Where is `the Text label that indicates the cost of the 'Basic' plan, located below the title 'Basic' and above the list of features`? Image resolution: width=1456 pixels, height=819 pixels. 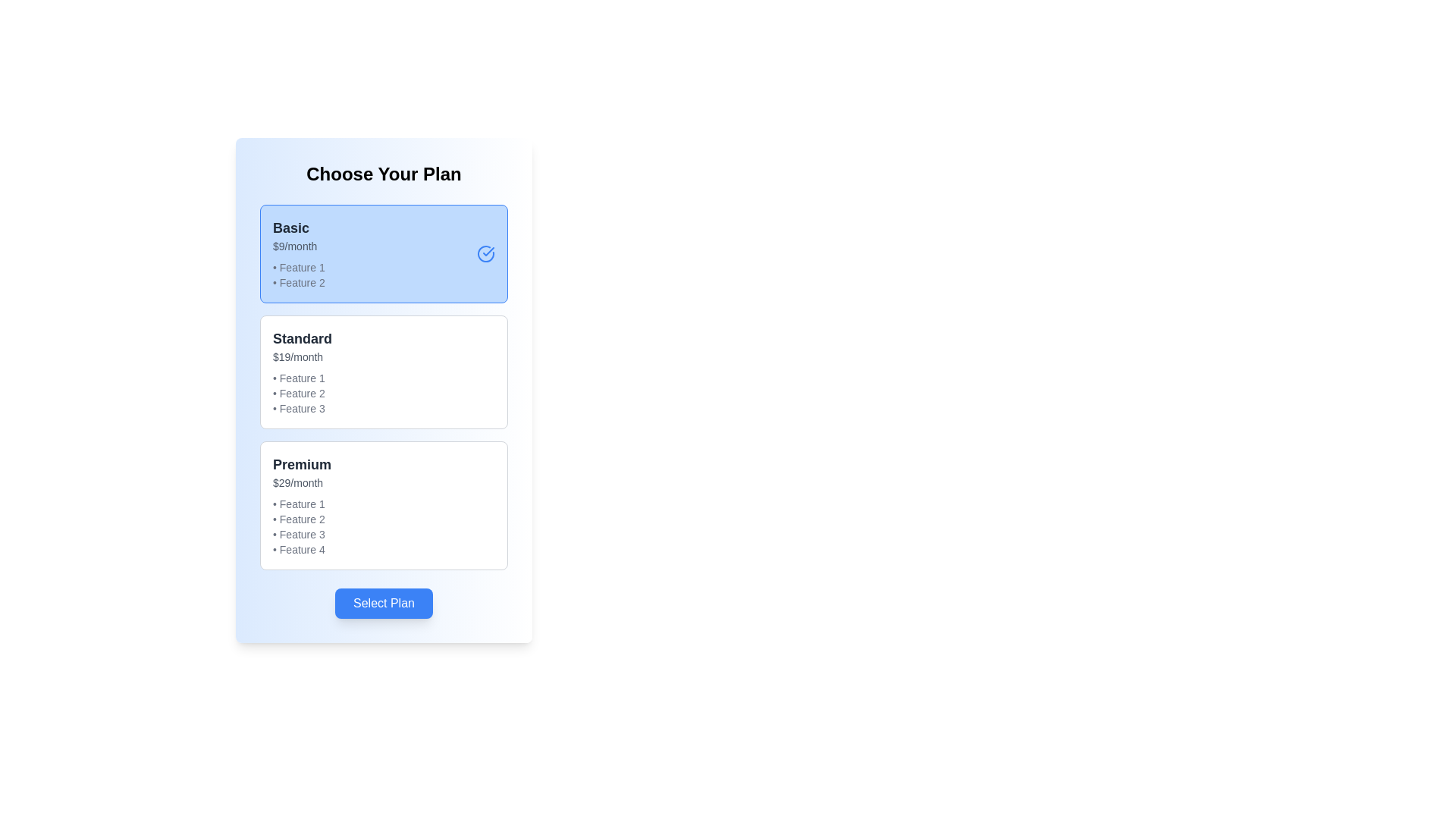 the Text label that indicates the cost of the 'Basic' plan, located below the title 'Basic' and above the list of features is located at coordinates (299, 245).